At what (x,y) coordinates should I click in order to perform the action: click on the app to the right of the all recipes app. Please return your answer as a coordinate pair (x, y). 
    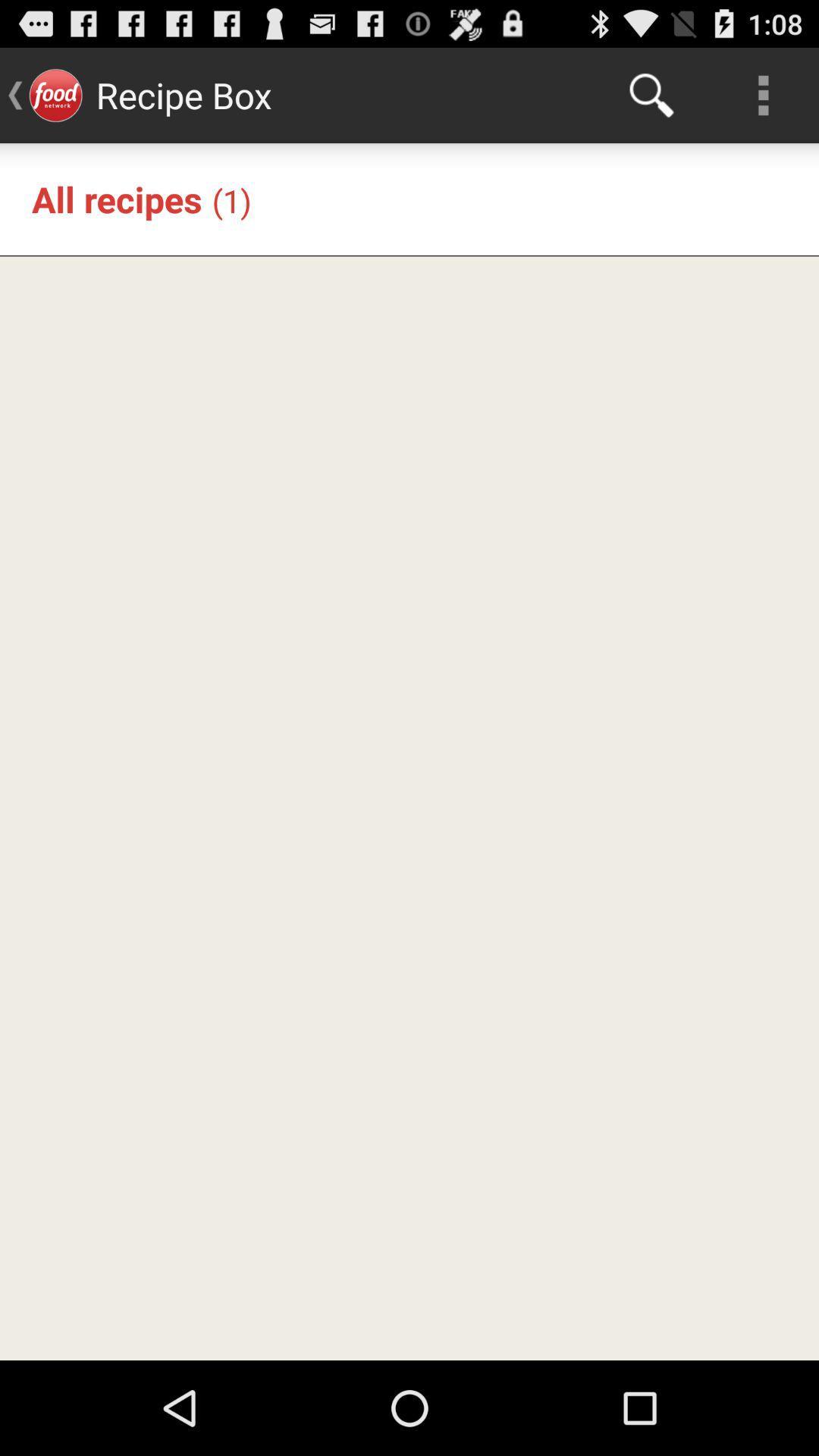
    Looking at the image, I should click on (231, 199).